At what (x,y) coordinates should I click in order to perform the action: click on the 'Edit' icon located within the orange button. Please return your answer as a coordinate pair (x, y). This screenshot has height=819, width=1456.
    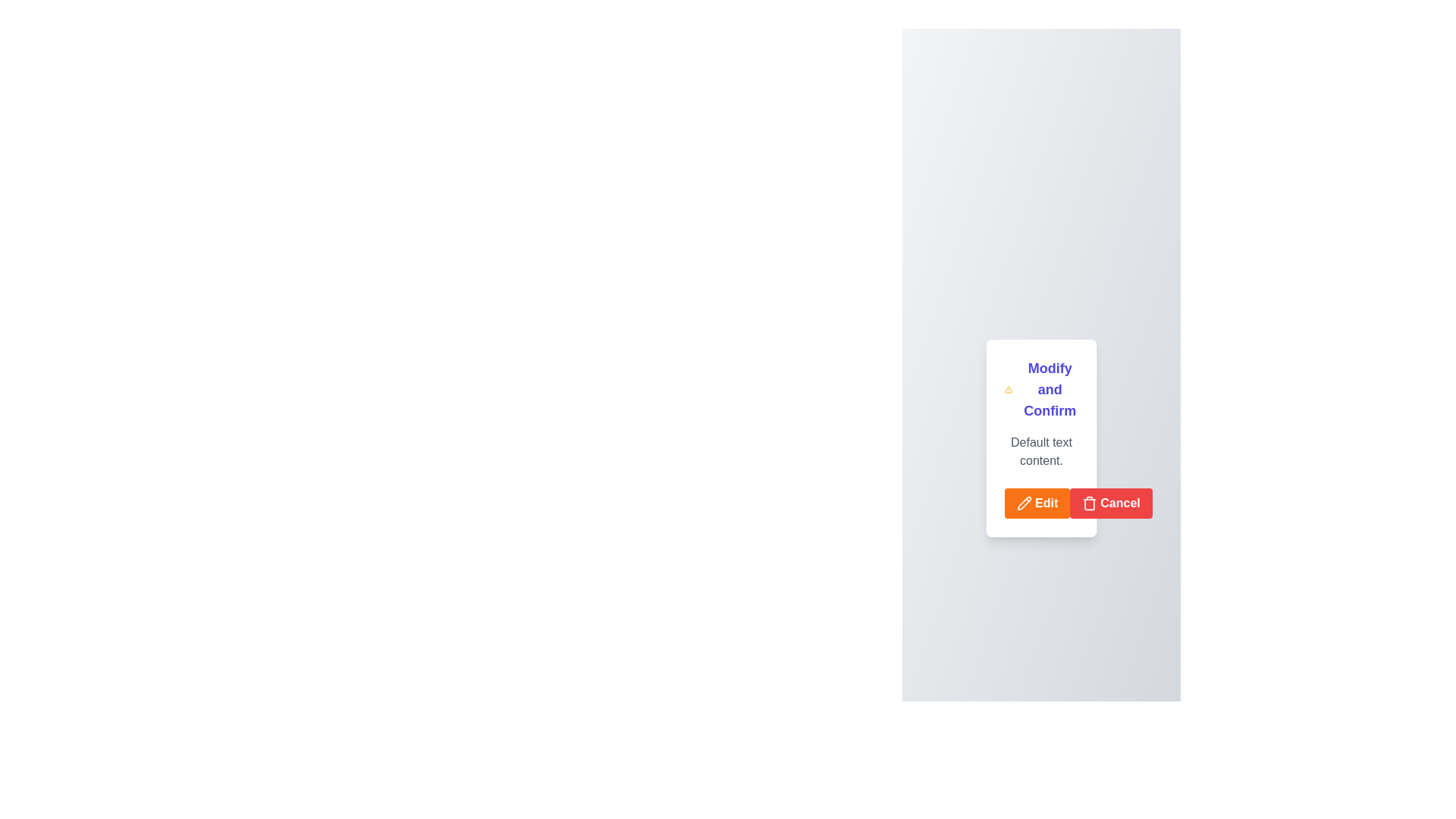
    Looking at the image, I should click on (1025, 503).